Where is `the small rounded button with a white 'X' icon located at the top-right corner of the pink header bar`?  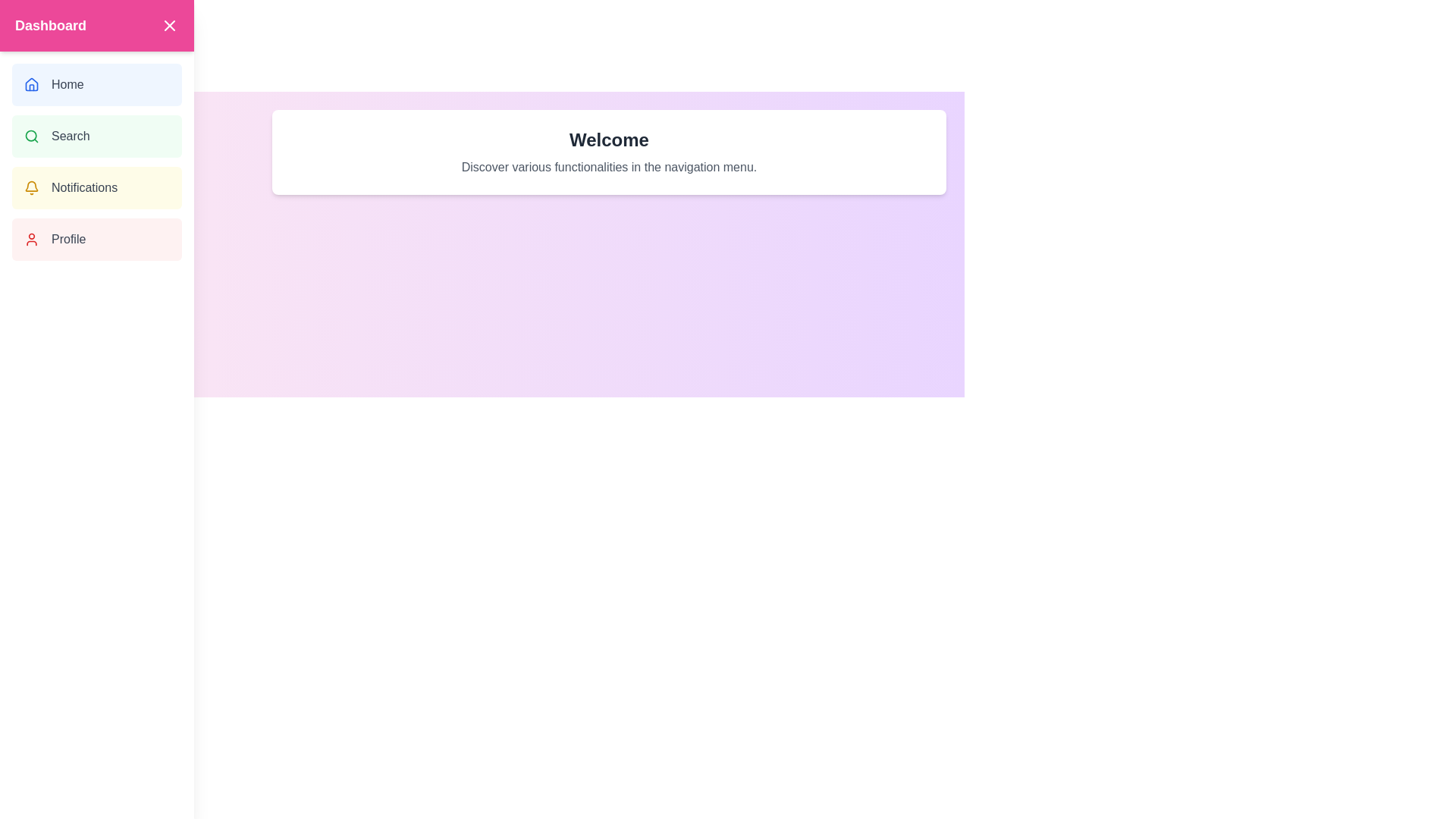 the small rounded button with a white 'X' icon located at the top-right corner of the pink header bar is located at coordinates (170, 26).